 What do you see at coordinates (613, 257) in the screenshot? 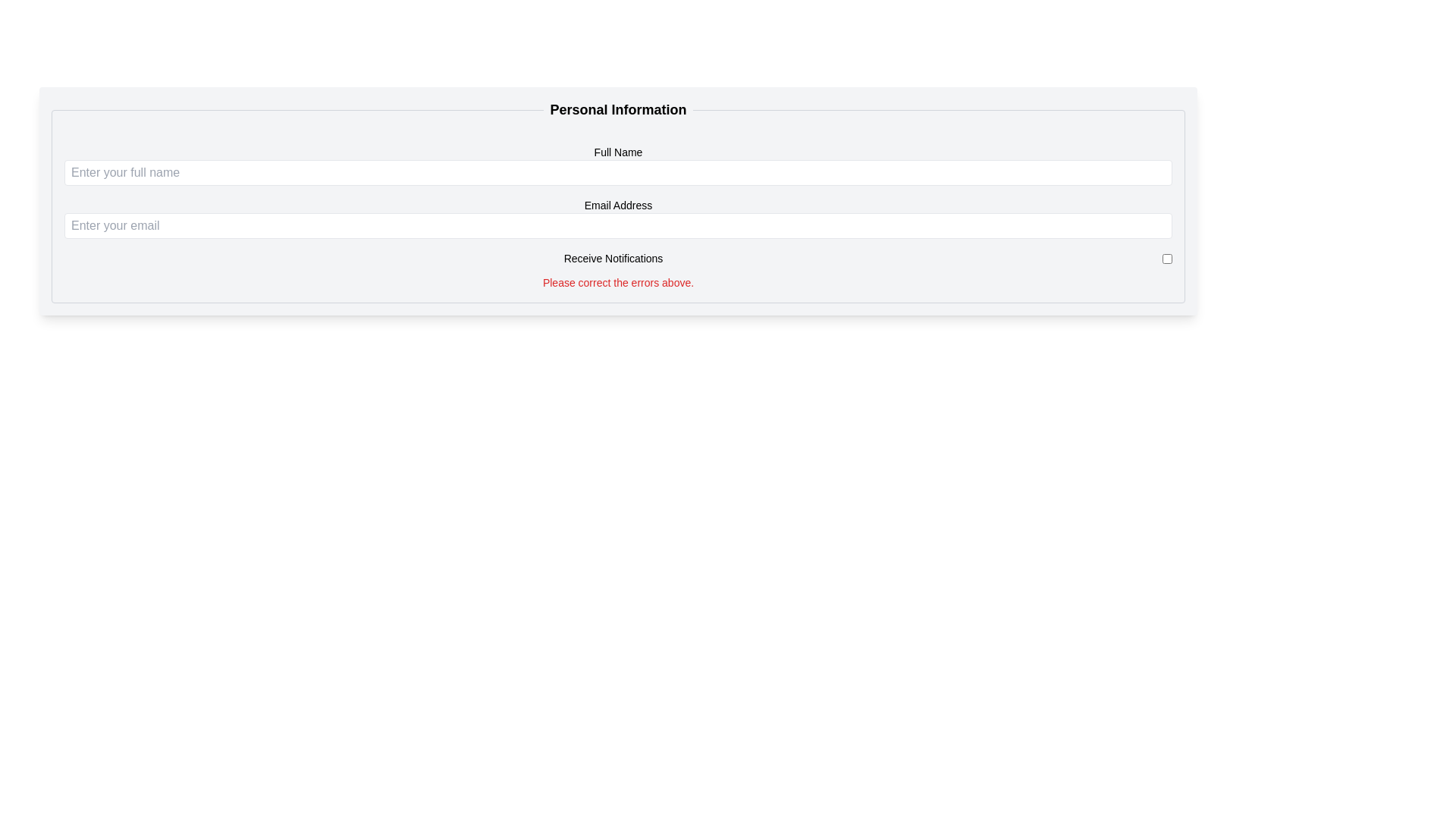
I see `the label that describes the adjacent checkbox, which is located in the third row of the form fields and is left-aligned` at bounding box center [613, 257].